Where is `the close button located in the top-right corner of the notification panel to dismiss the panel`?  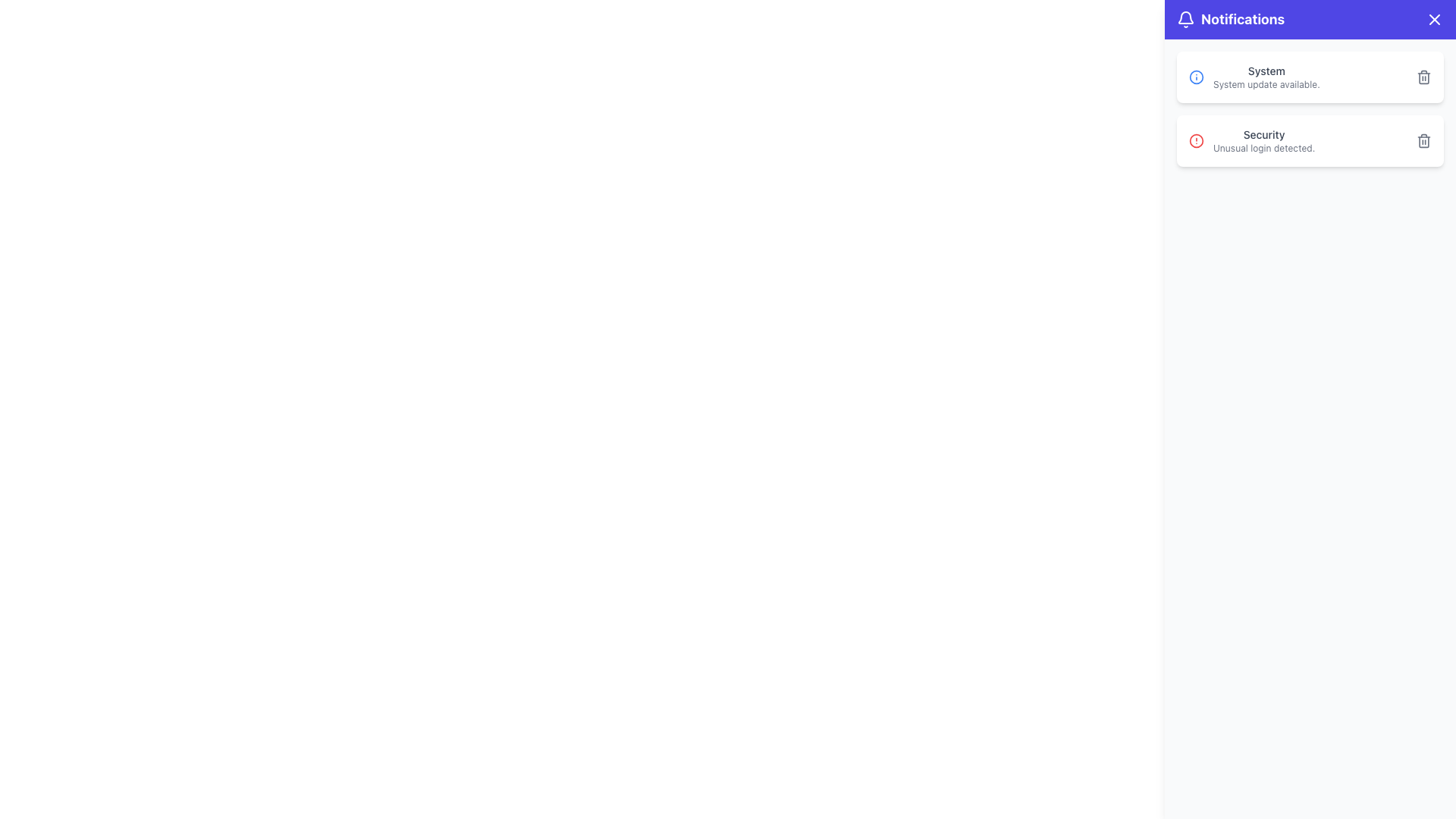
the close button located in the top-right corner of the notification panel to dismiss the panel is located at coordinates (1433, 20).